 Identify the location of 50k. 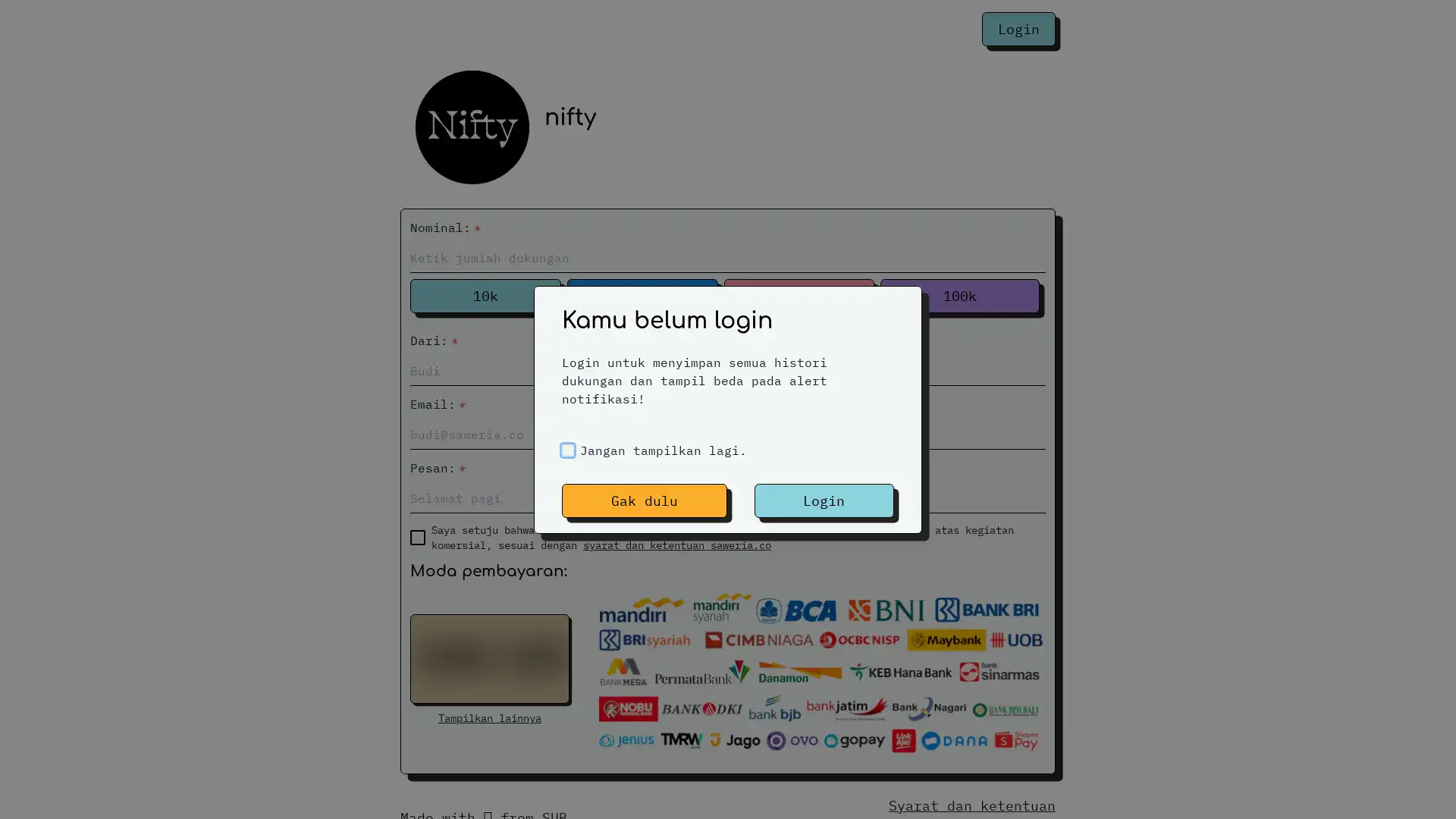
(798, 296).